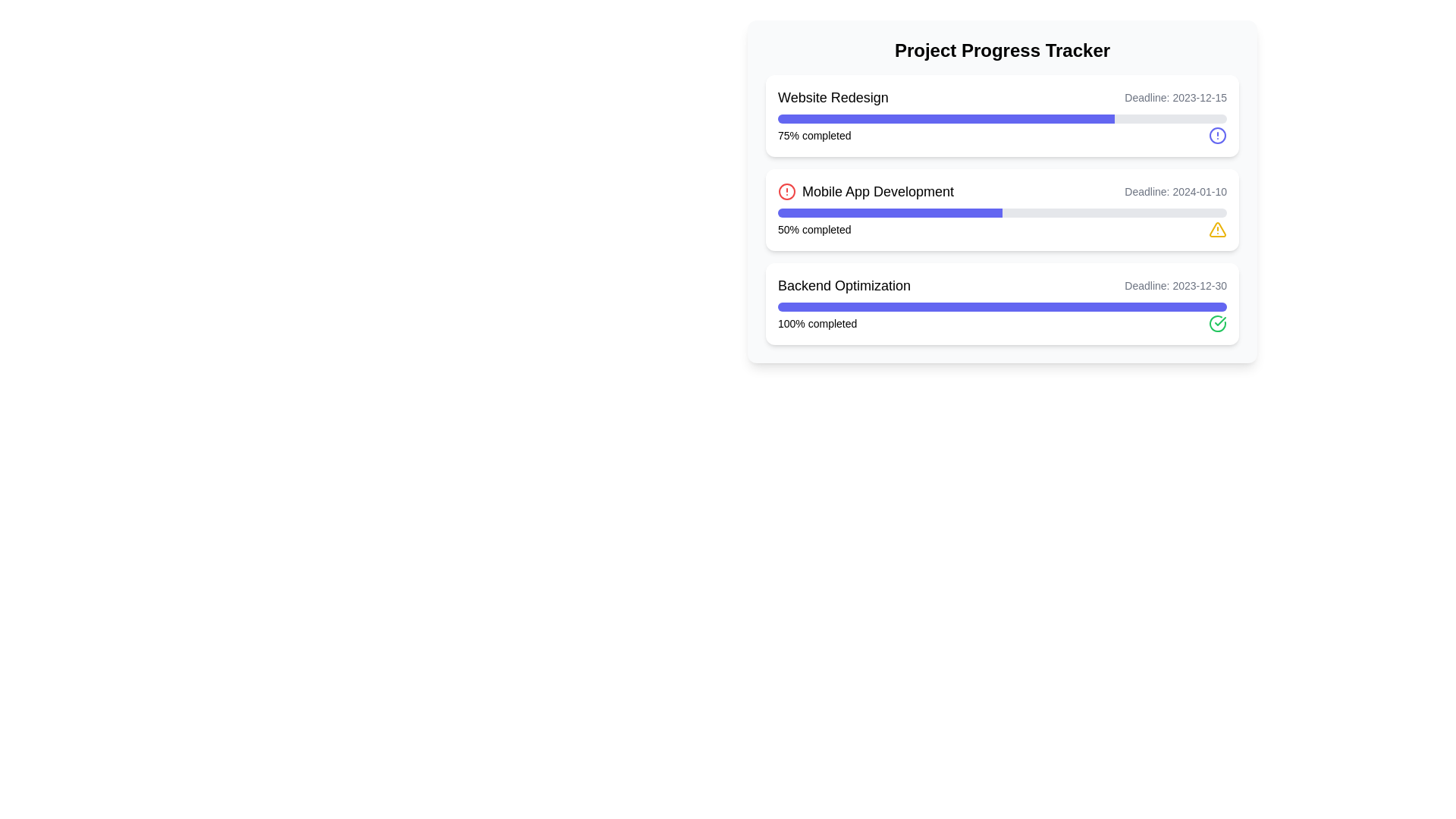 The height and width of the screenshot is (819, 1456). Describe the element at coordinates (786, 191) in the screenshot. I see `the central Circle graphic element of the warning icon located to the left of the Mobile App Development progress bar` at that location.